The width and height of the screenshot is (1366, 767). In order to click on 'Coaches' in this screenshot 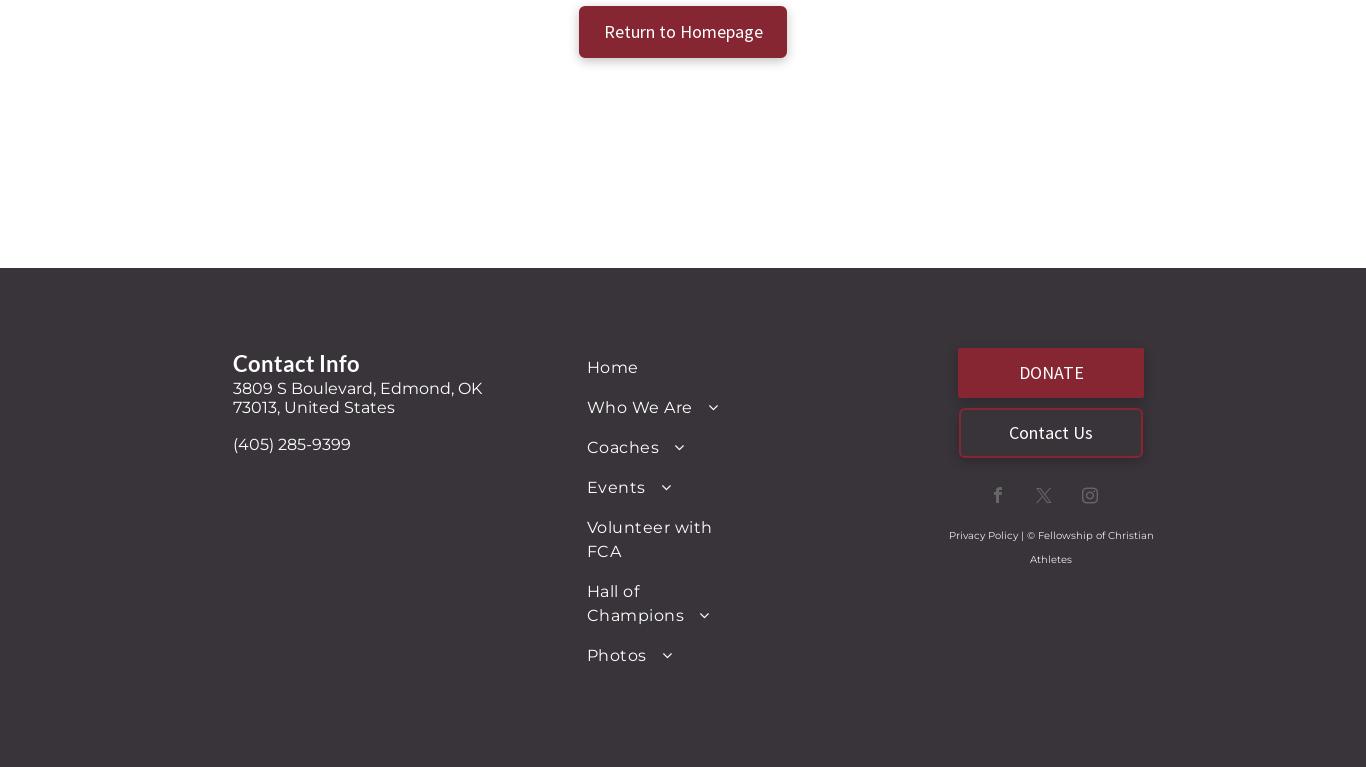, I will do `click(622, 445)`.